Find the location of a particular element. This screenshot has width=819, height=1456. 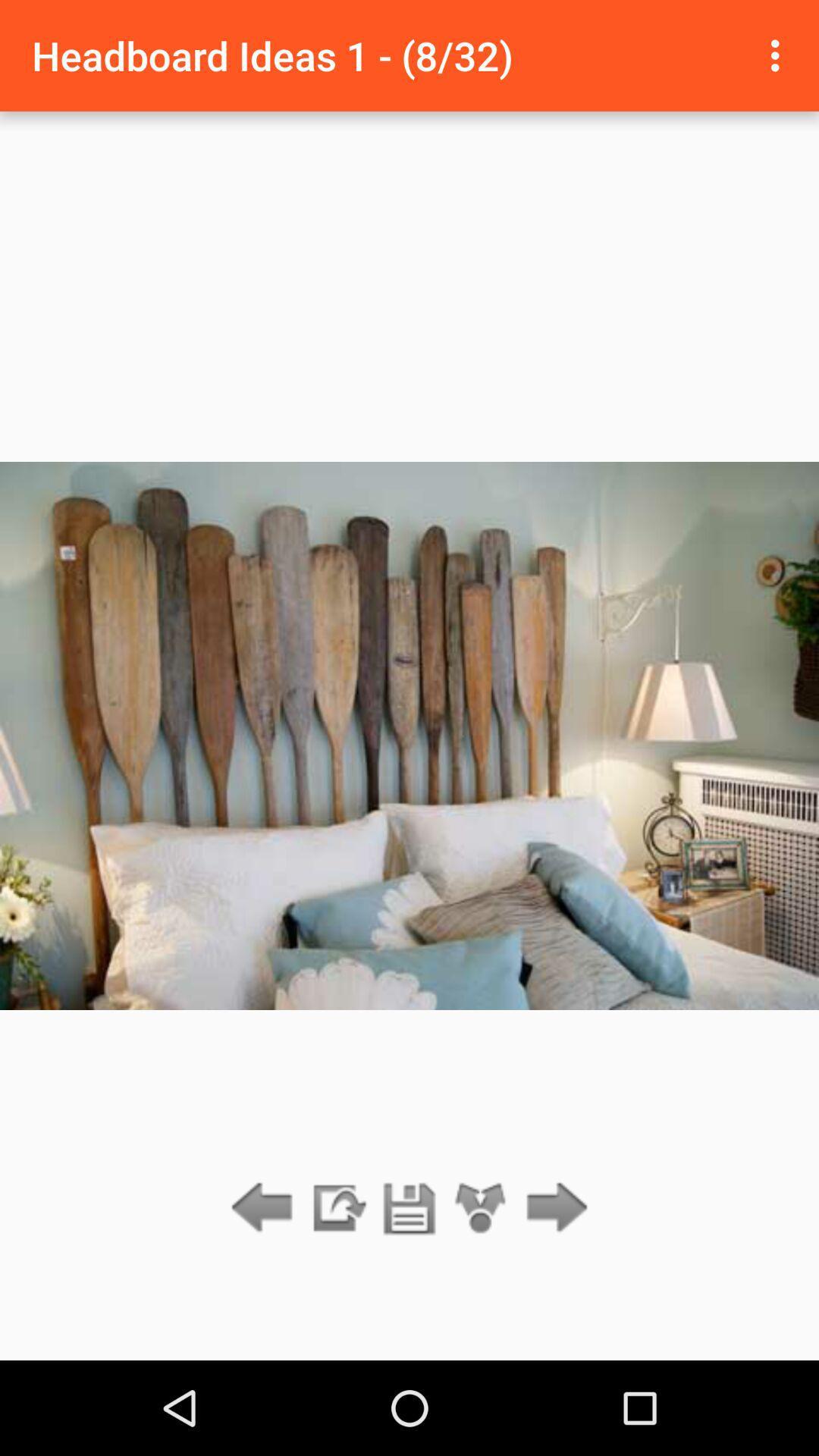

icon to the right of headboard ideas 1 item is located at coordinates (779, 55).